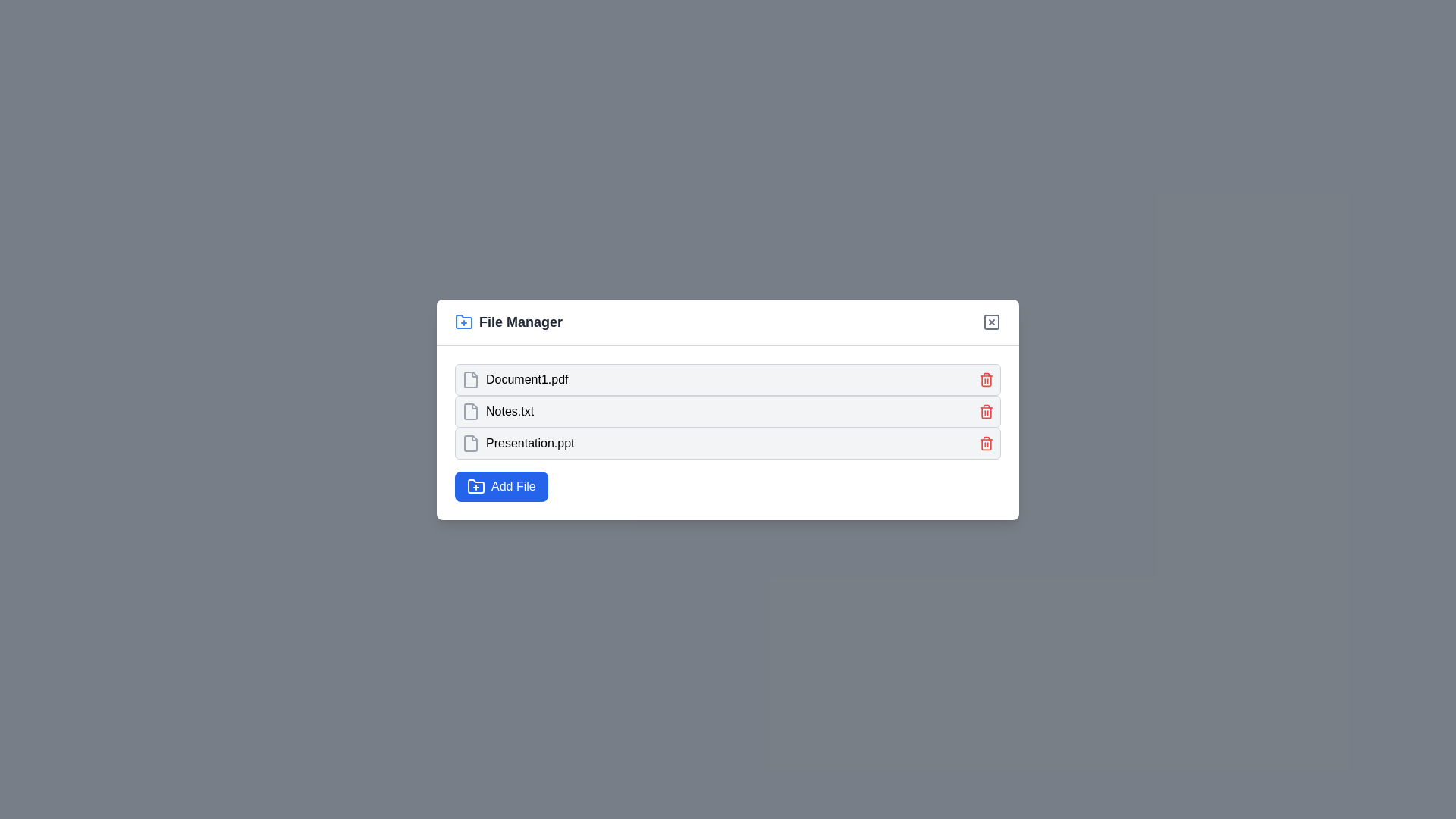 The image size is (1456, 819). What do you see at coordinates (514, 378) in the screenshot?
I see `the list item displaying the file labeled 'Document1.pdf'` at bounding box center [514, 378].